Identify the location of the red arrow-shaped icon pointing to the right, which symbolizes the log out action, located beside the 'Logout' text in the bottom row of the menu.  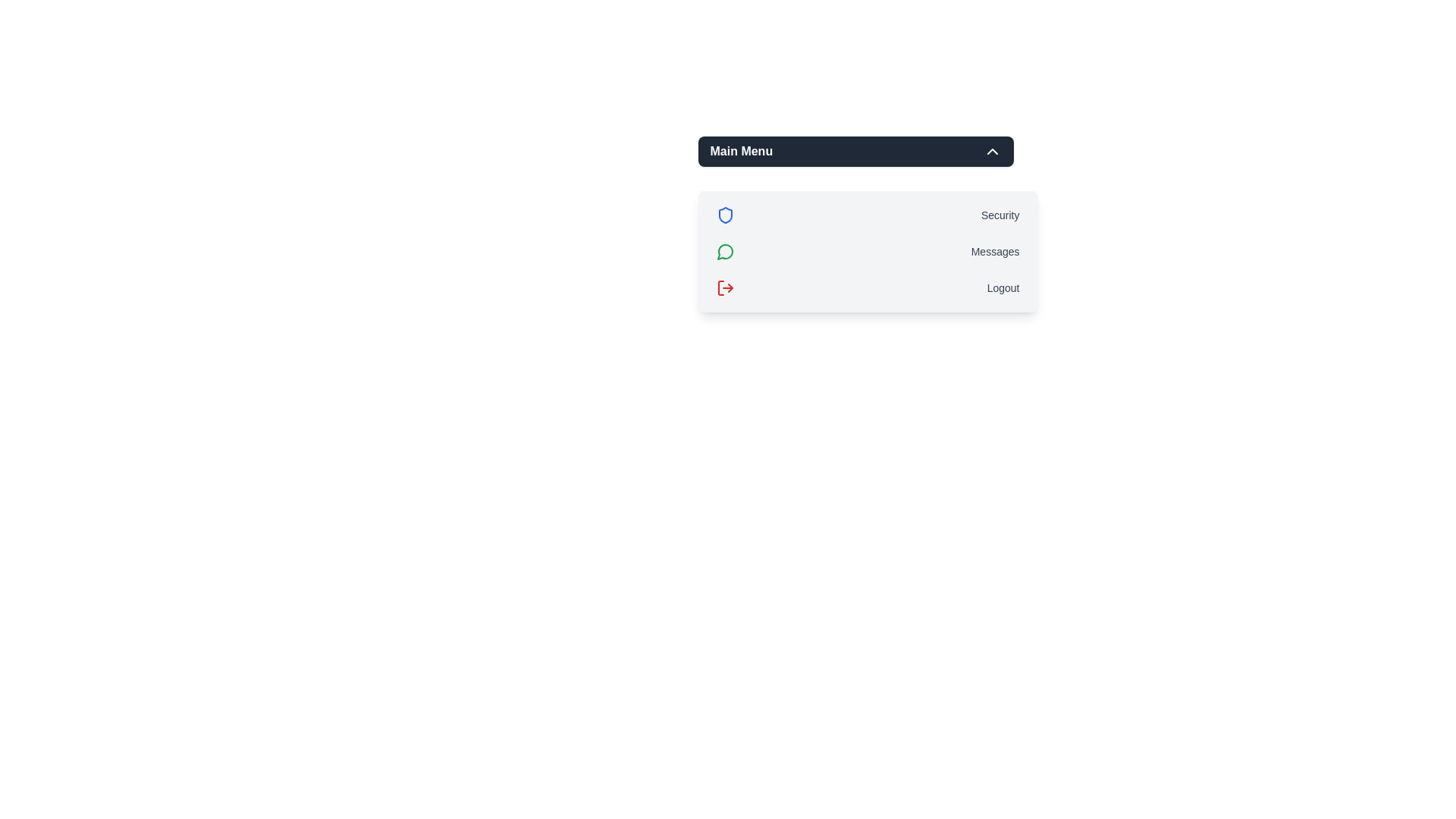
(730, 288).